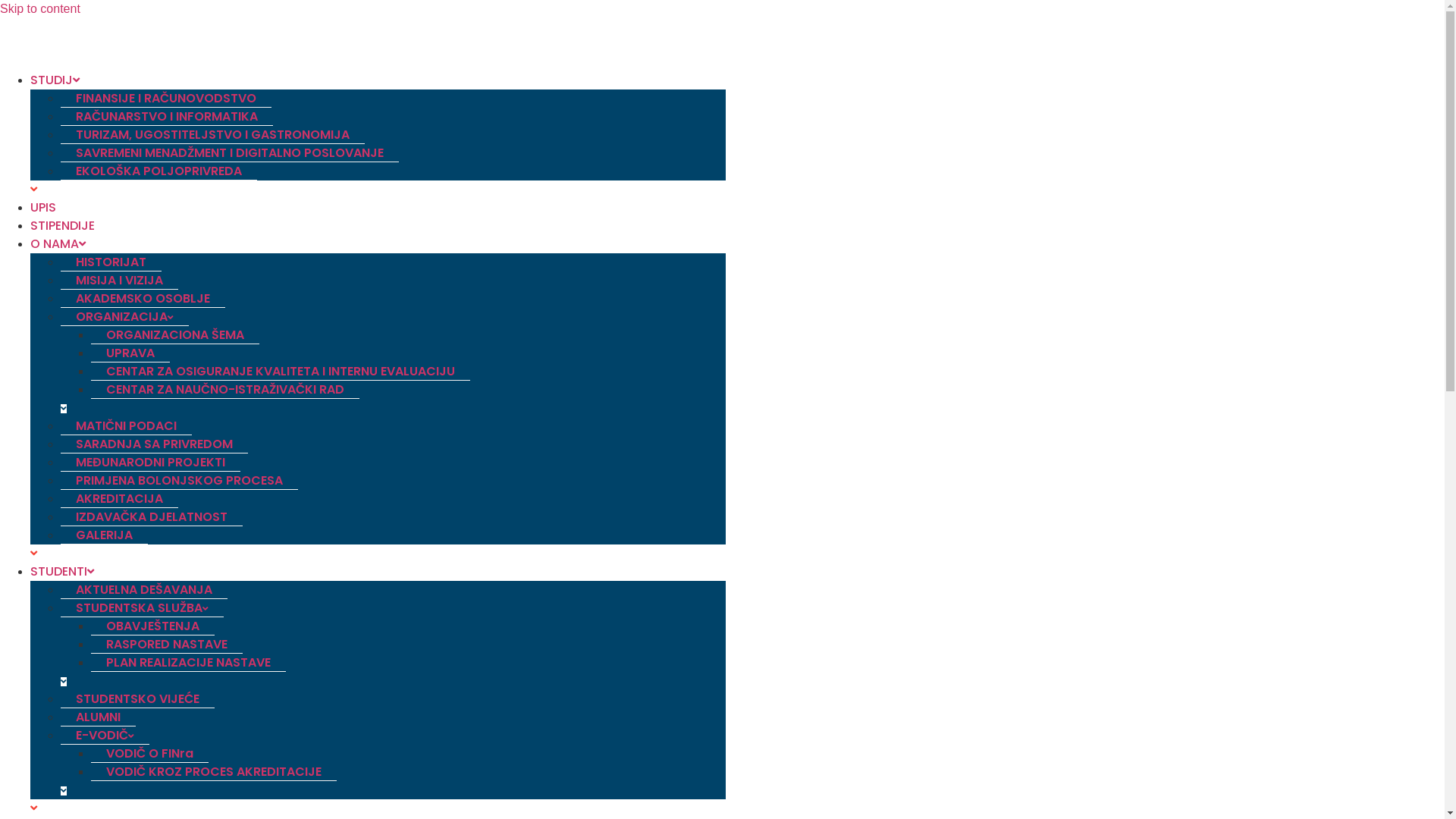  What do you see at coordinates (187, 662) in the screenshot?
I see `'PLAN REALIZACIJE NASTAVE'` at bounding box center [187, 662].